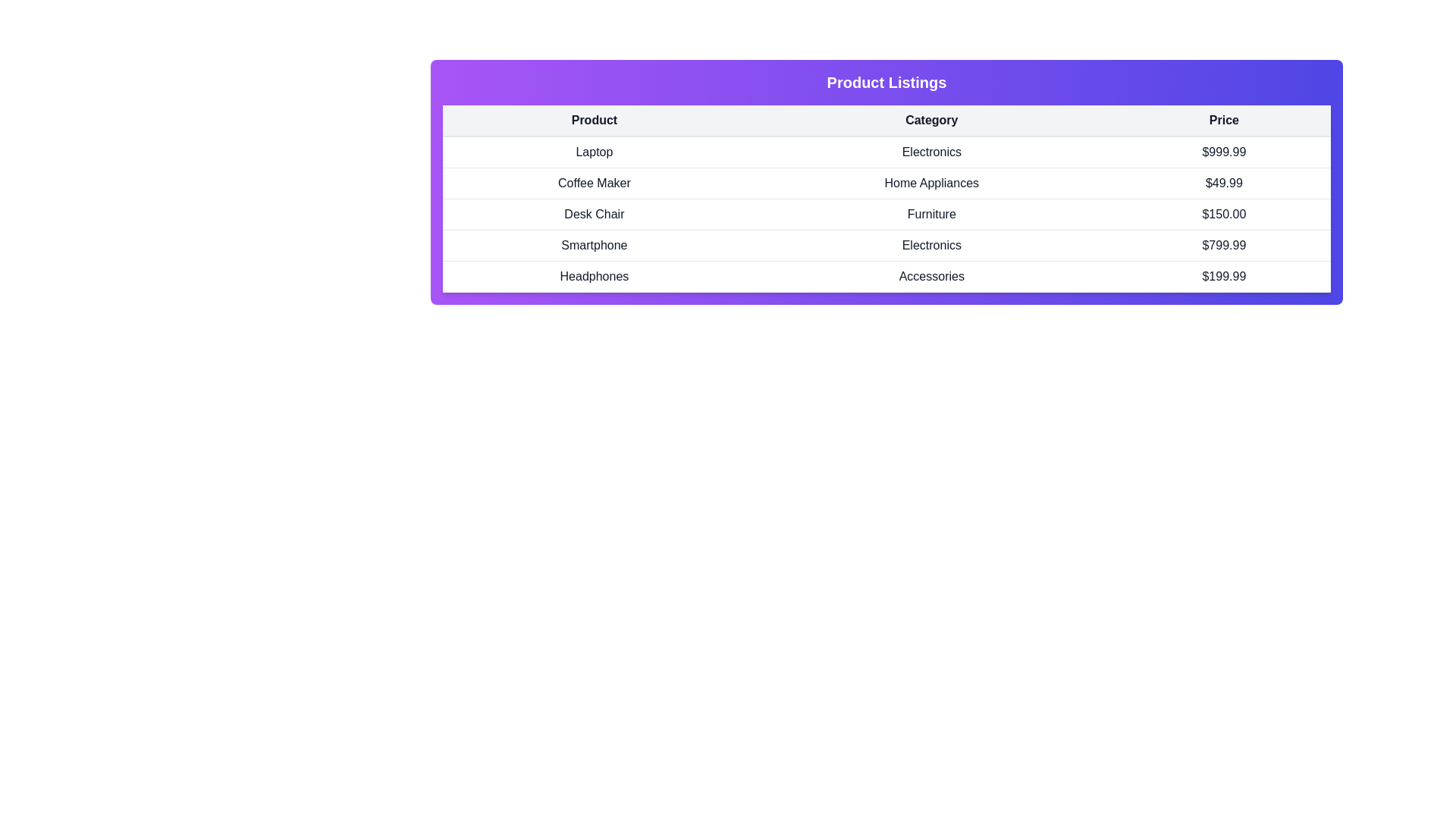 This screenshot has width=1456, height=819. Describe the element at coordinates (886, 214) in the screenshot. I see `the third row` at that location.